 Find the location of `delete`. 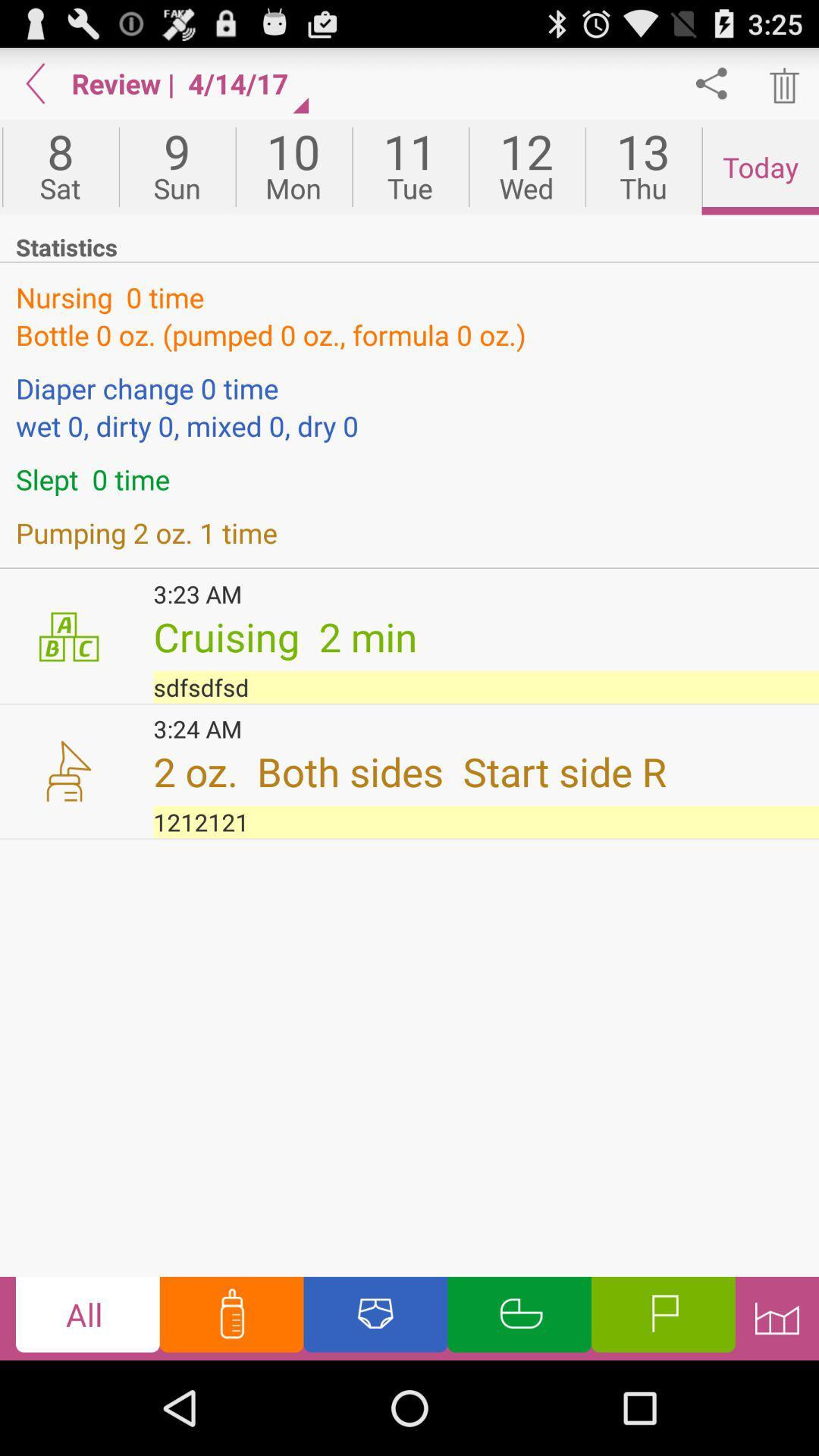

delete is located at coordinates (783, 83).